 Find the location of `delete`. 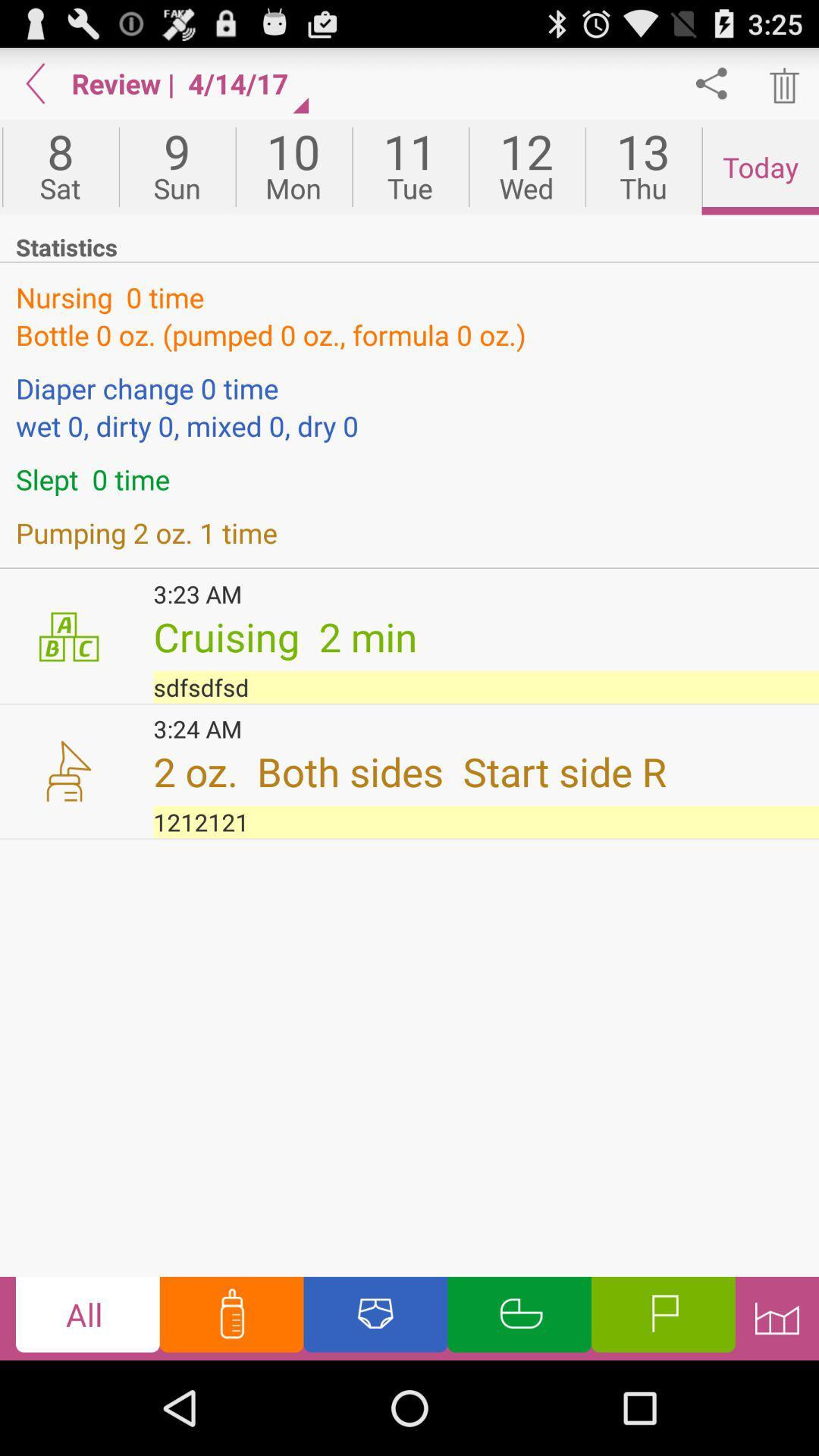

delete is located at coordinates (783, 83).